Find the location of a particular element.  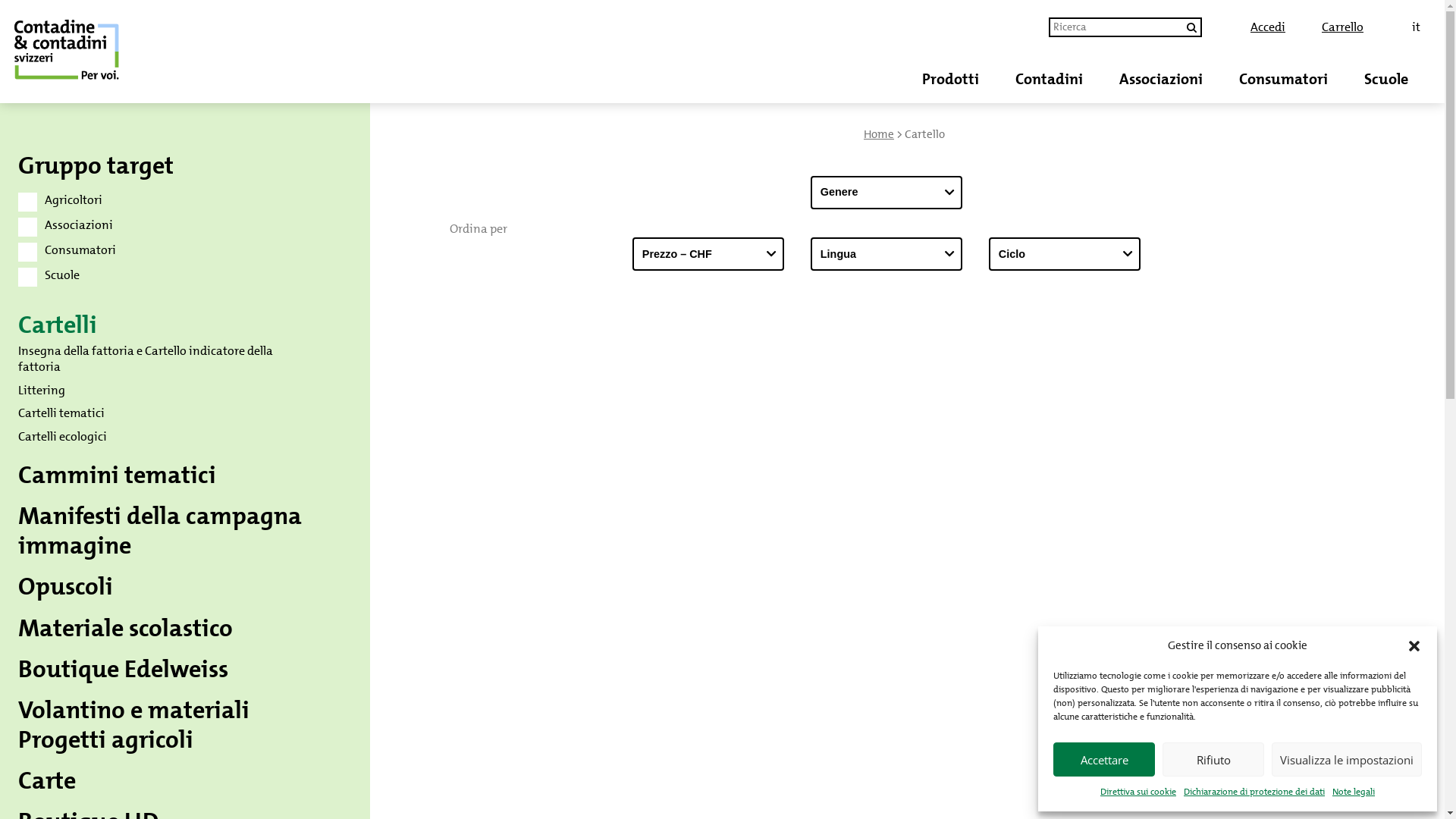

'Associazioni' is located at coordinates (1160, 79).